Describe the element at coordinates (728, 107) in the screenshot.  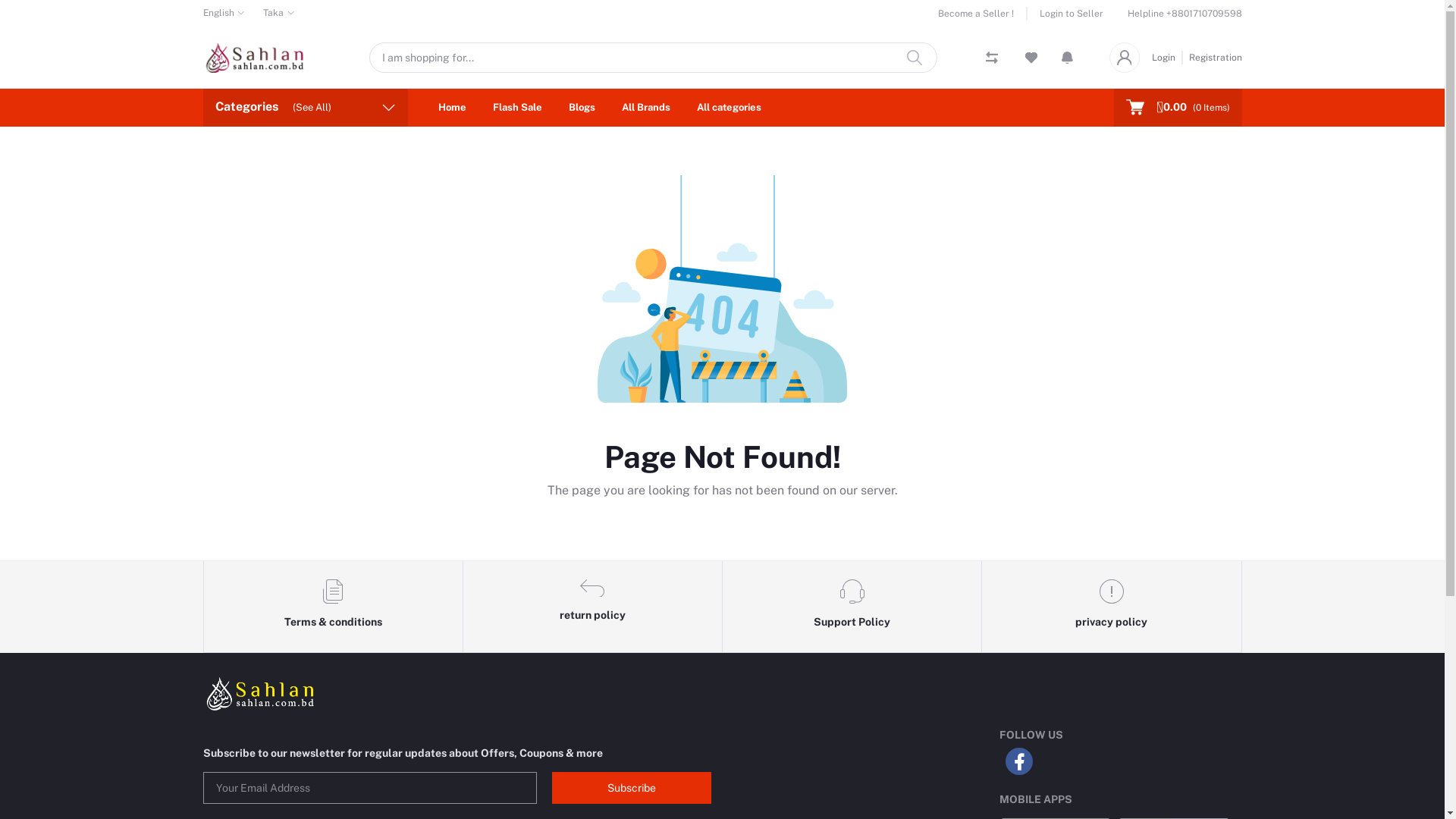
I see `'All categories'` at that location.